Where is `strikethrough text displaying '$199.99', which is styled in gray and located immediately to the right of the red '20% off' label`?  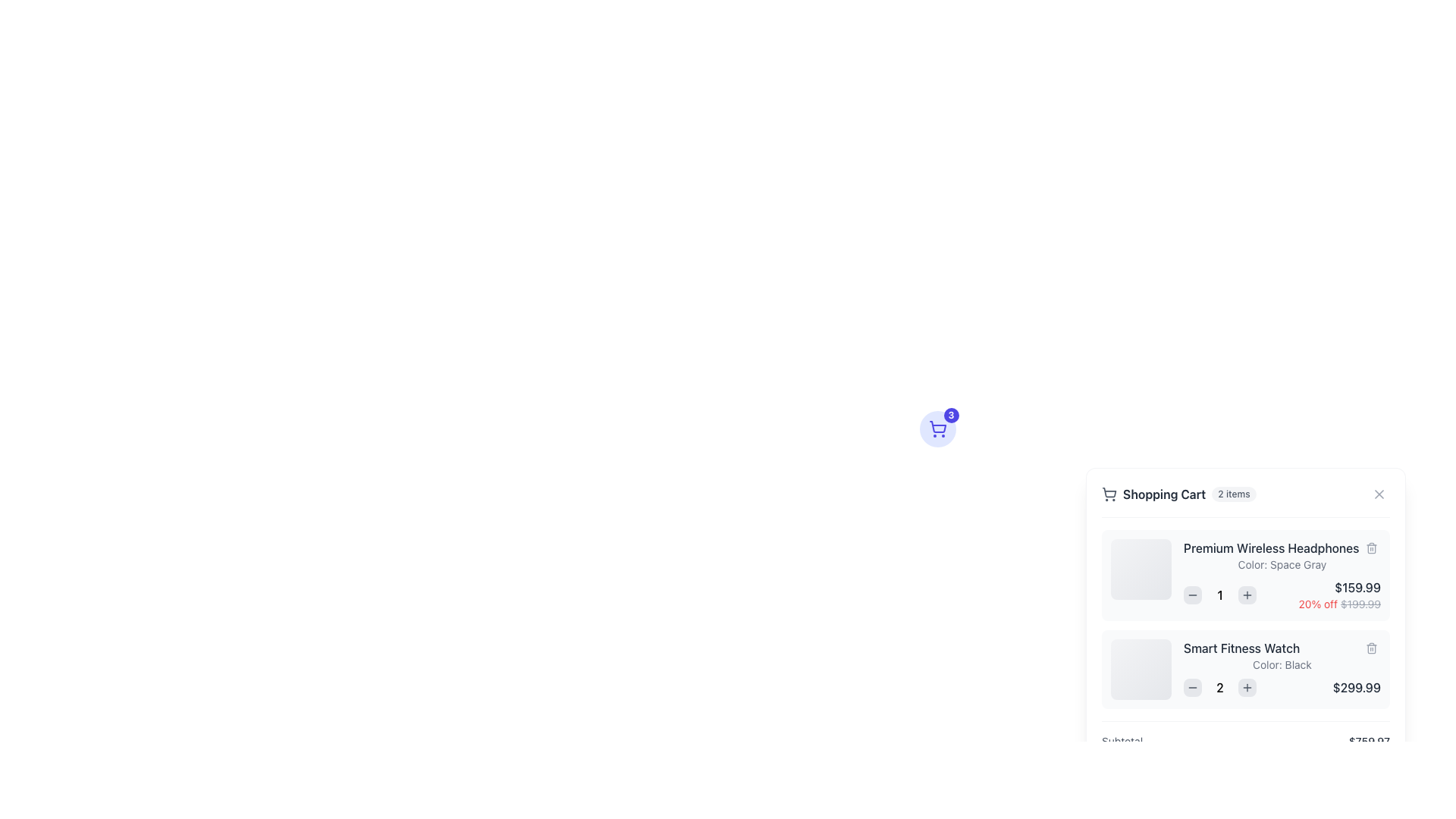 strikethrough text displaying '$199.99', which is styled in gray and located immediately to the right of the red '20% off' label is located at coordinates (1360, 603).